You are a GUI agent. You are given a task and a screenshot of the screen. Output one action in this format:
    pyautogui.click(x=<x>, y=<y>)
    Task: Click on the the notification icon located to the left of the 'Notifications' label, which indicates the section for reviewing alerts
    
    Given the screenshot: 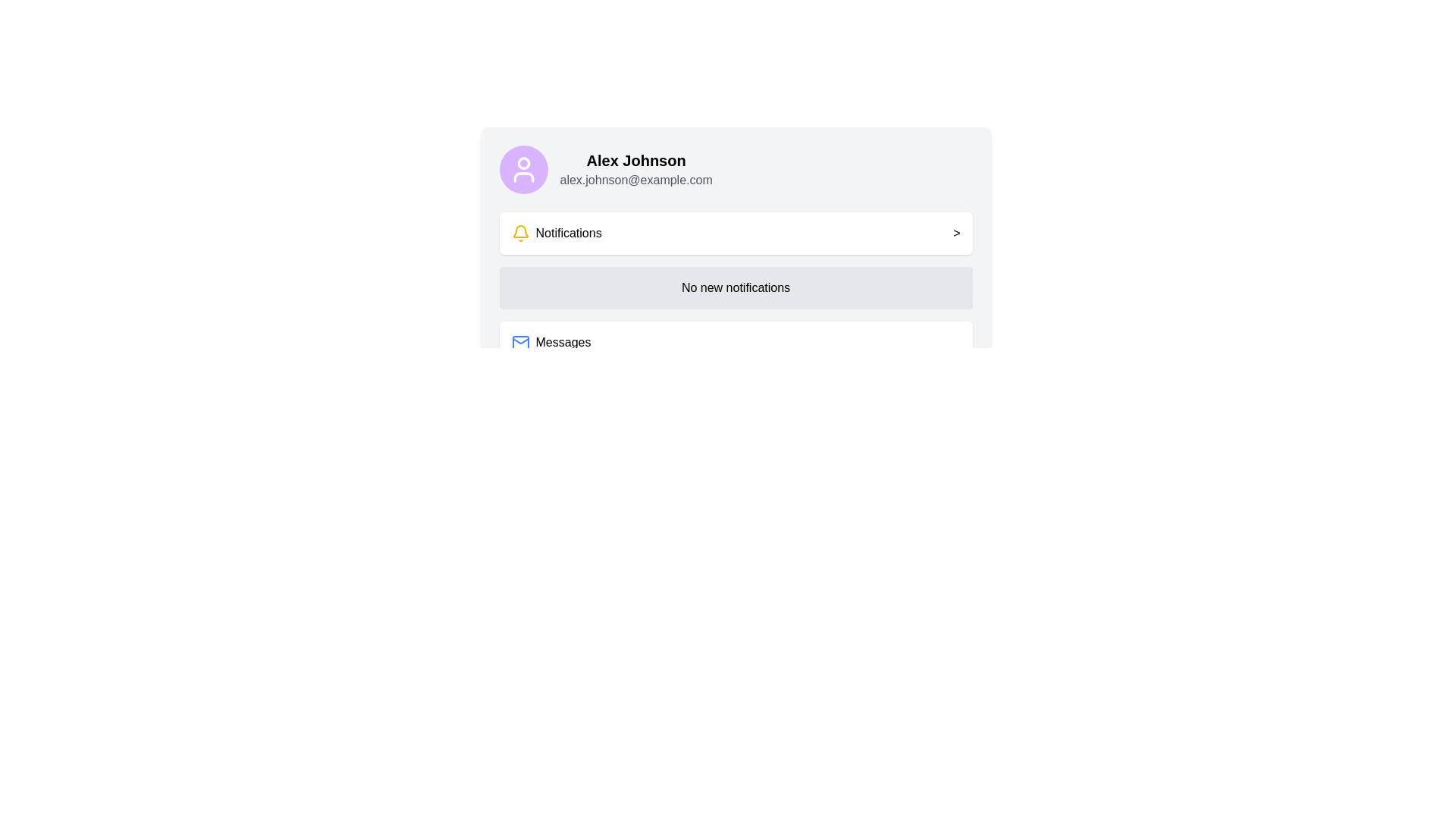 What is the action you would take?
    pyautogui.click(x=520, y=231)
    